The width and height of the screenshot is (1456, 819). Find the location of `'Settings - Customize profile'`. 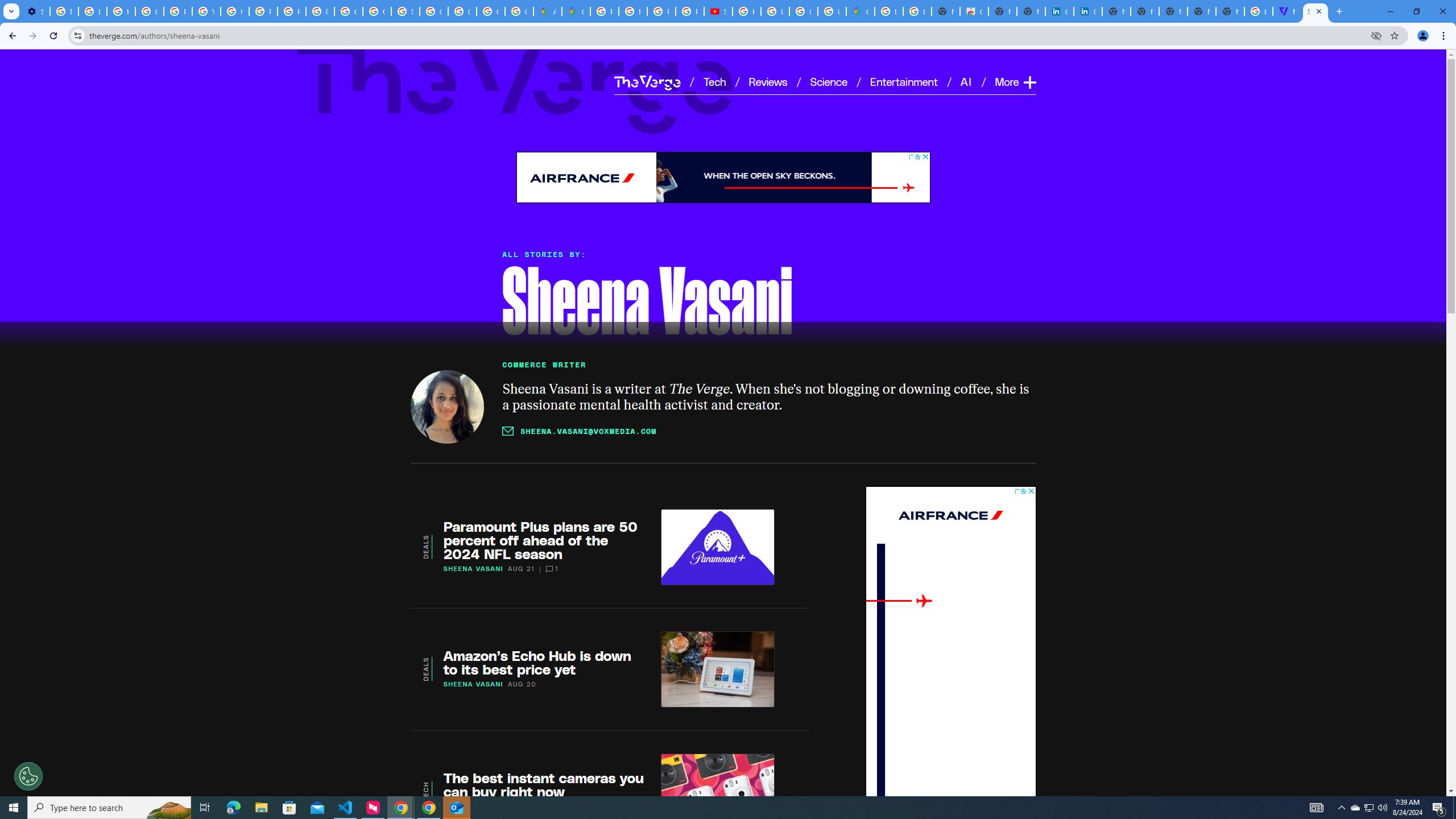

'Settings - Customize profile' is located at coordinates (35, 11).